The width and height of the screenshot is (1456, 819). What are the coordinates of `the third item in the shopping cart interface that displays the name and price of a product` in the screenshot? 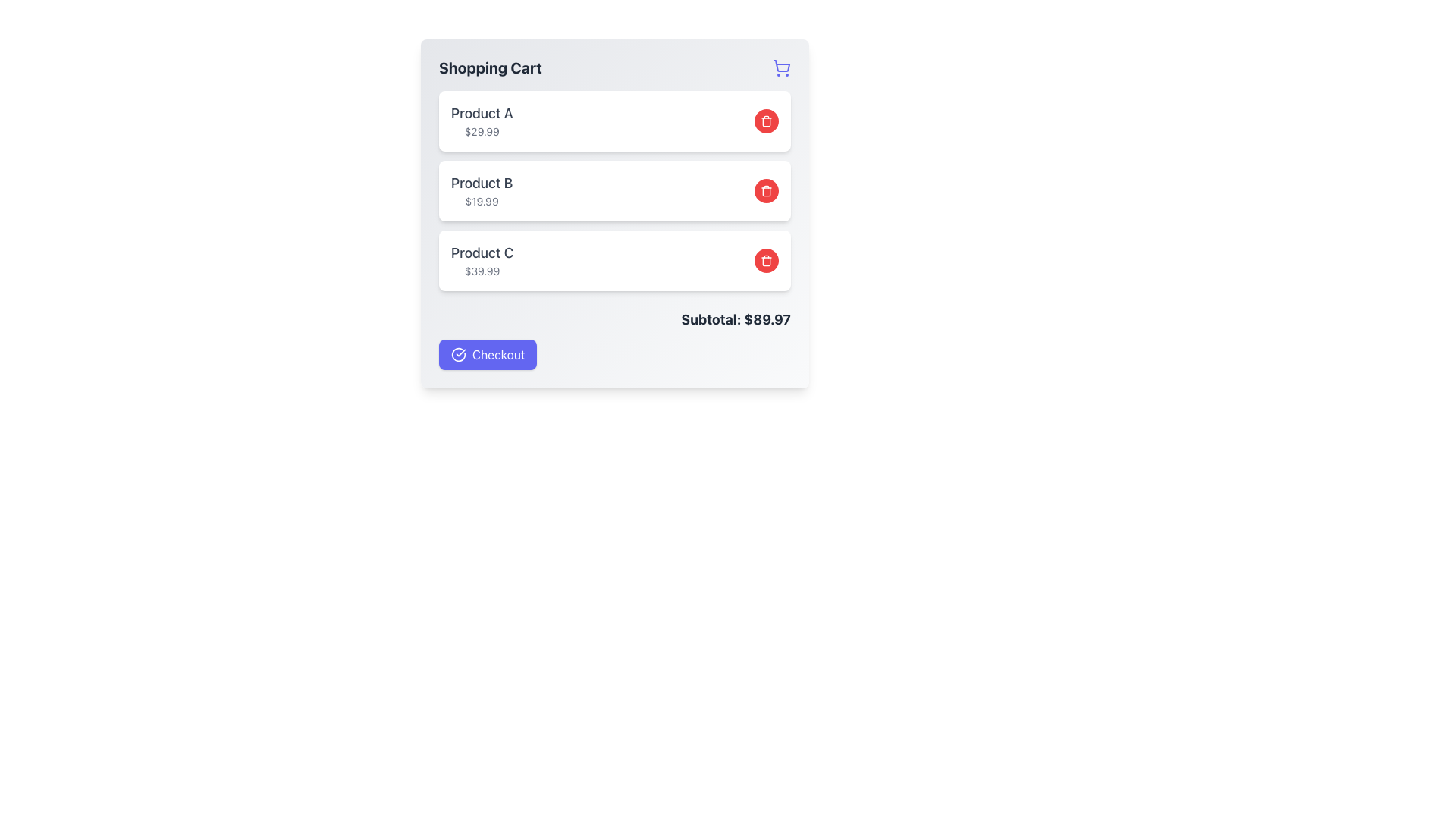 It's located at (482, 259).